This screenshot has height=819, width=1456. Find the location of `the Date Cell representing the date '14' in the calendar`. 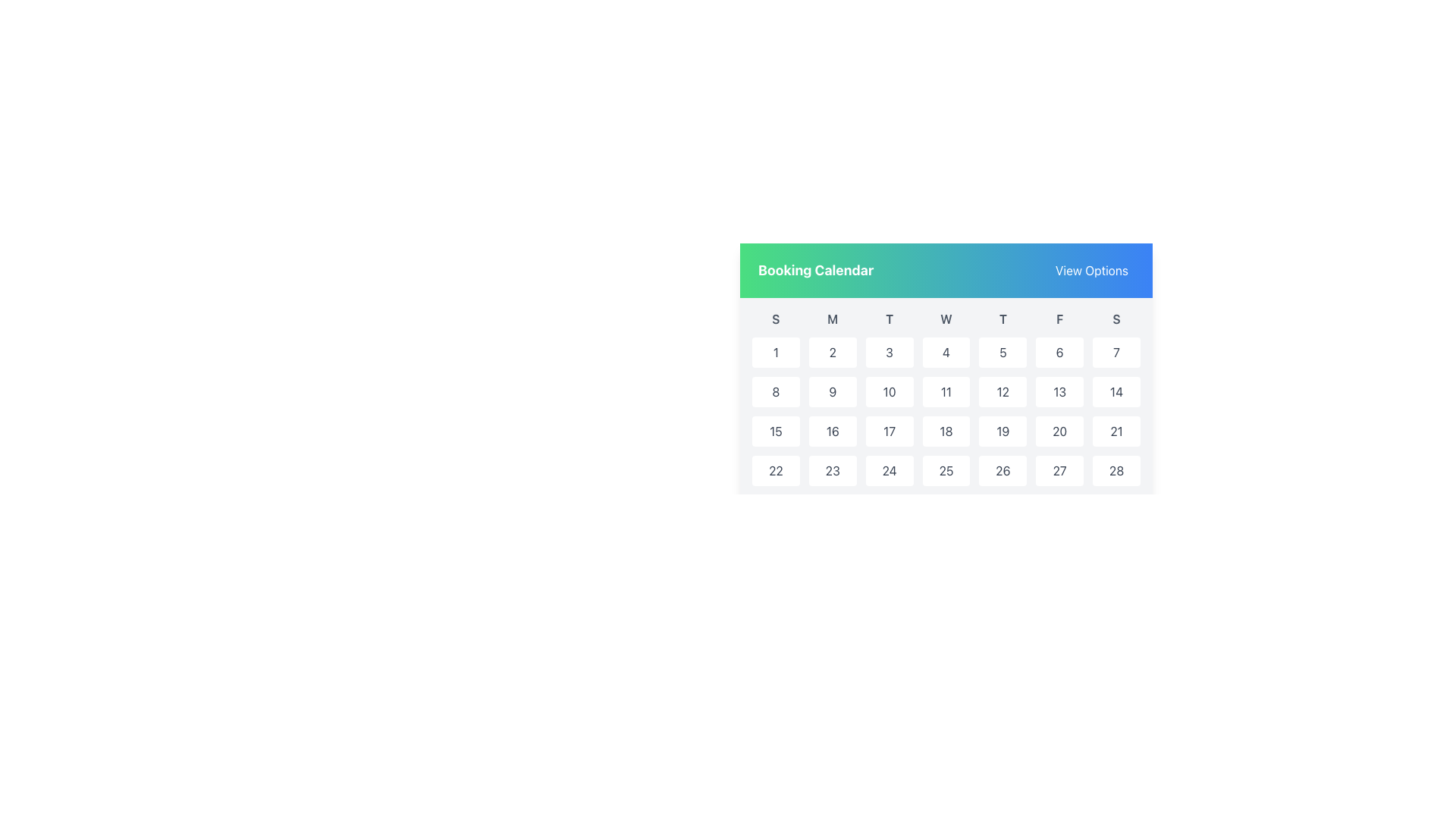

the Date Cell representing the date '14' in the calendar is located at coordinates (1116, 391).